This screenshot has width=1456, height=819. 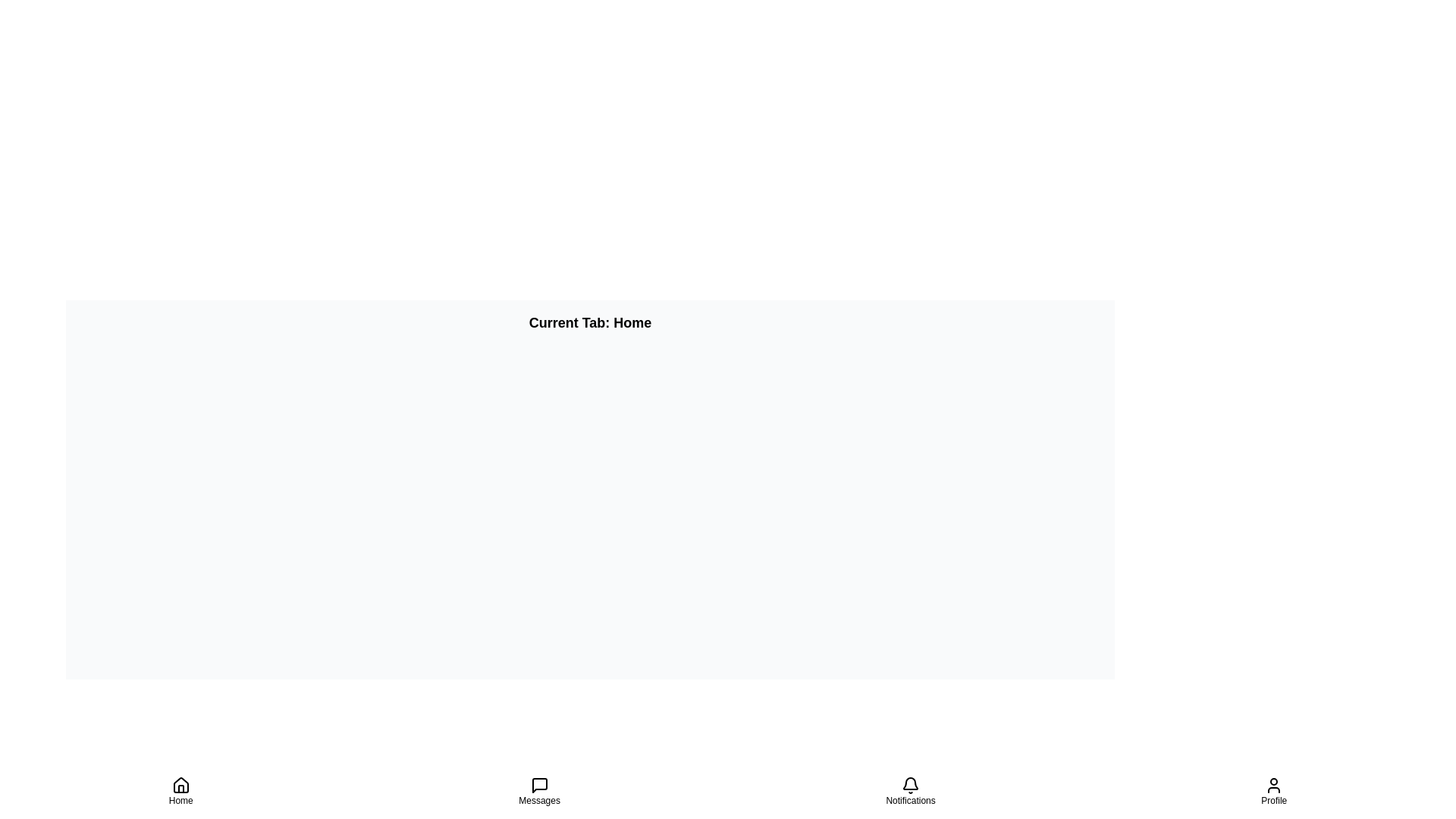 I want to click on the text label that identifies the notification section located at the bottom center of the interface, beneath the notification bell icon, so click(x=910, y=800).